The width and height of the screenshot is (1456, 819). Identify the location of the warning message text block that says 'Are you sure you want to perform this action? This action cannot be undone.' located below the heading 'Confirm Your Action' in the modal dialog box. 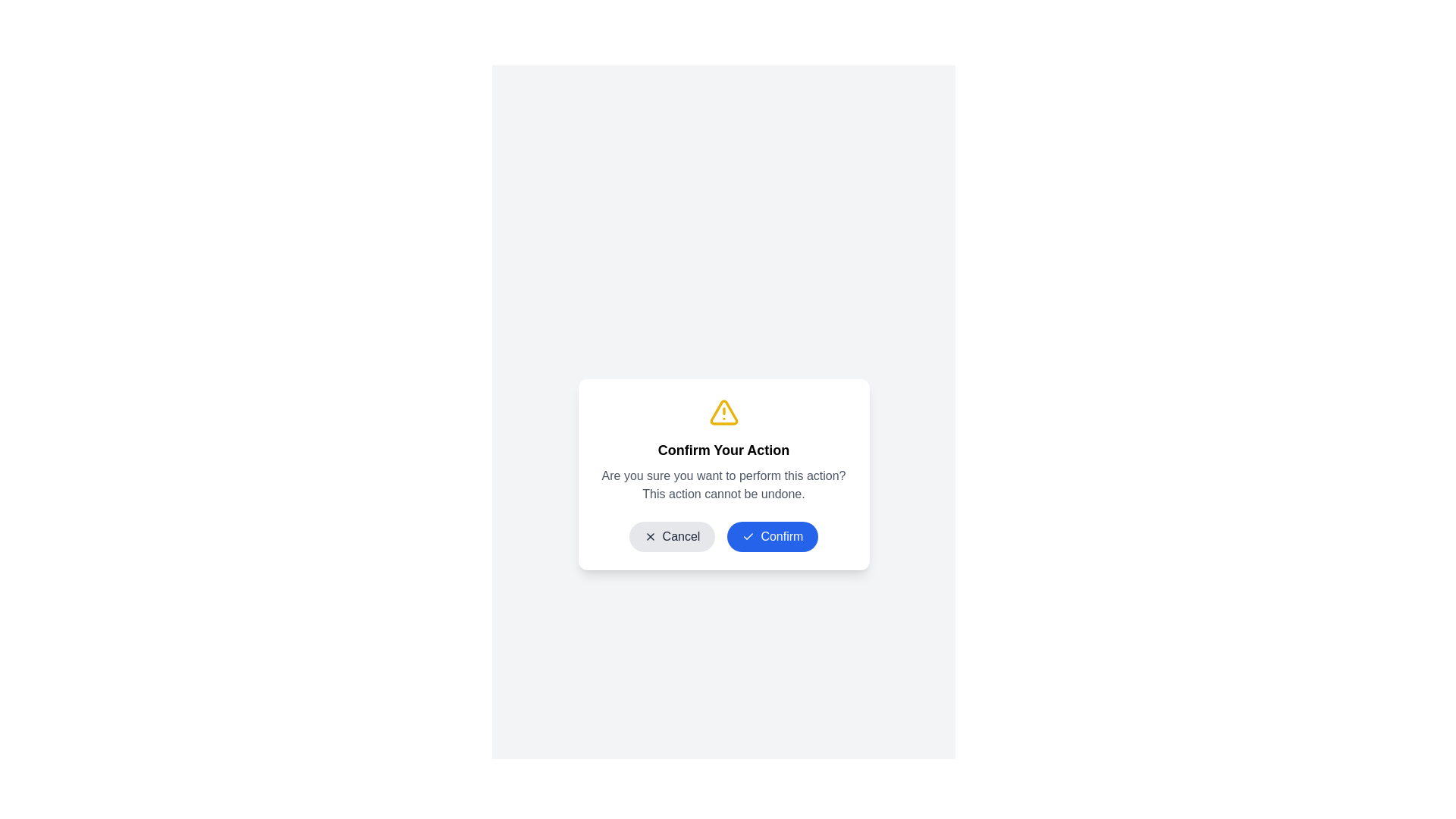
(723, 485).